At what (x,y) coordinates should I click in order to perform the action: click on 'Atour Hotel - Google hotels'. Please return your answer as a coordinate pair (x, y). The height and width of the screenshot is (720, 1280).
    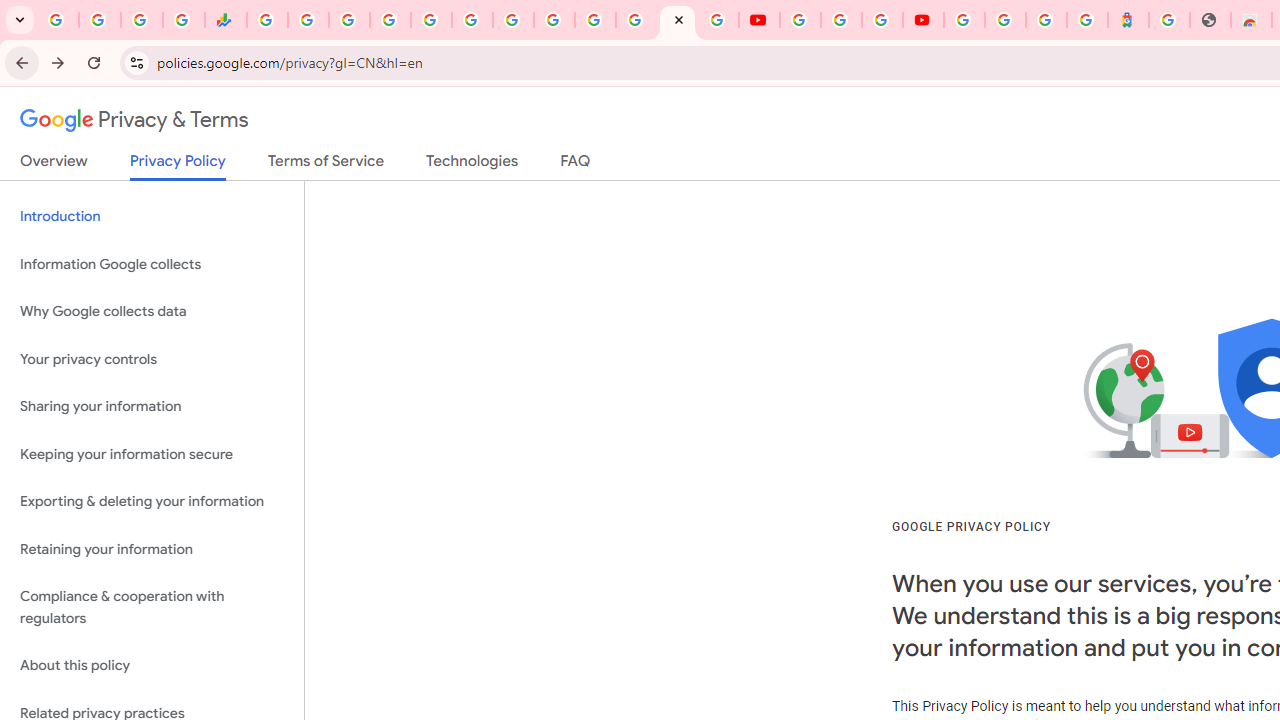
    Looking at the image, I should click on (1128, 20).